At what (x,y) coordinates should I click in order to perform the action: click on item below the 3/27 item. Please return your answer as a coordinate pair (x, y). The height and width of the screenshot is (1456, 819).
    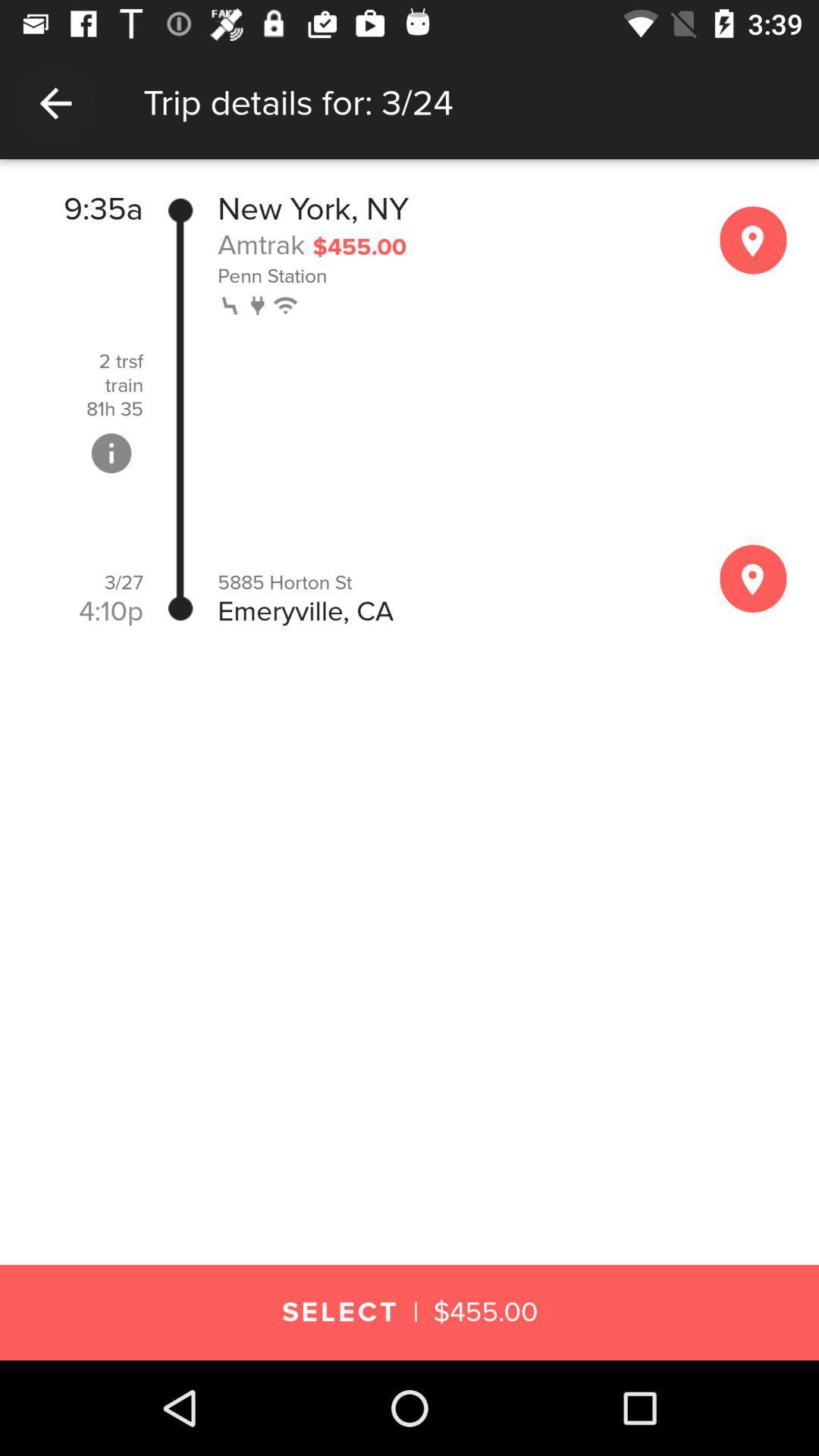
    Looking at the image, I should click on (110, 611).